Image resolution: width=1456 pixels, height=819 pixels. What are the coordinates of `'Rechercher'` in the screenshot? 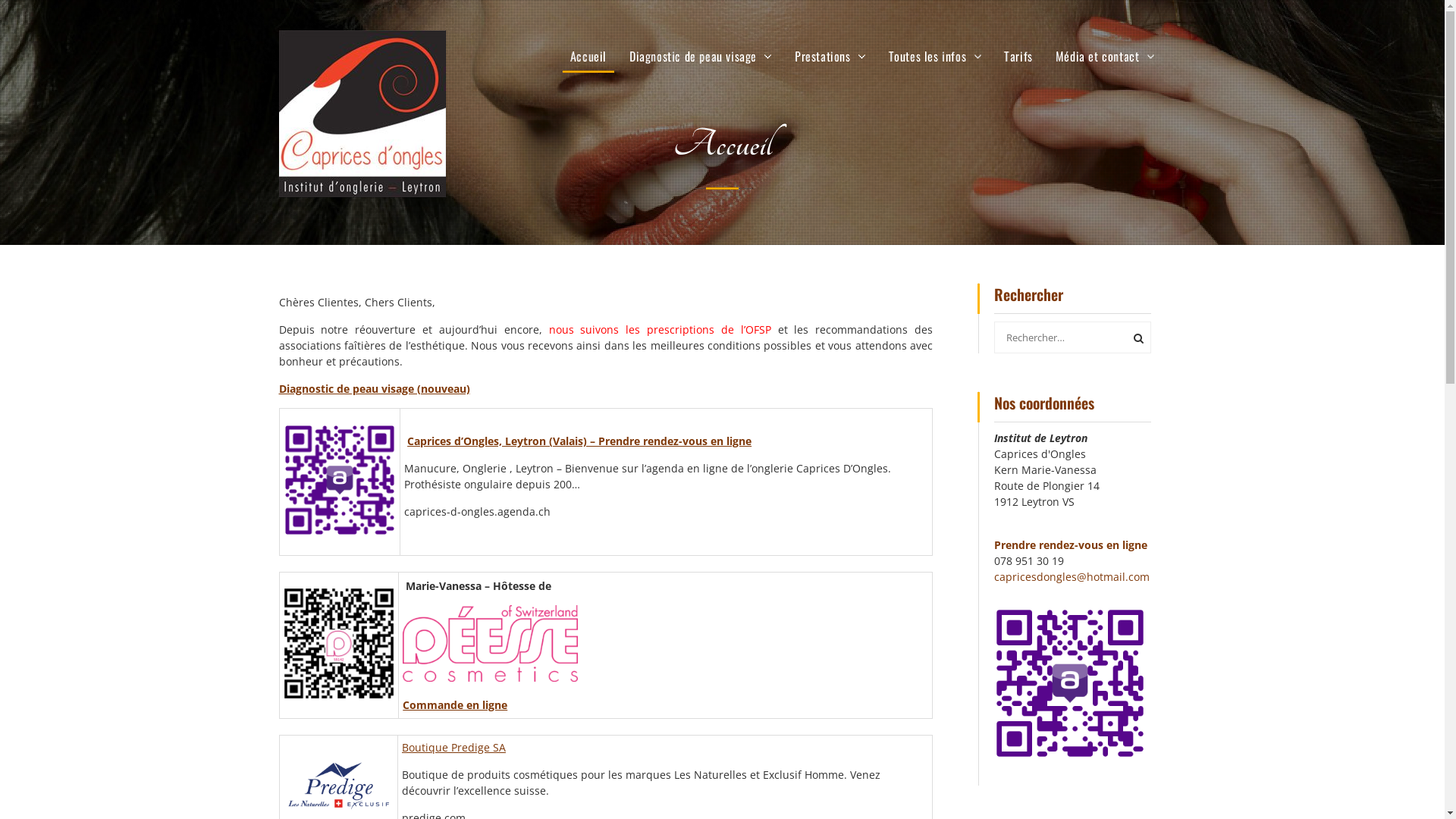 It's located at (1135, 336).